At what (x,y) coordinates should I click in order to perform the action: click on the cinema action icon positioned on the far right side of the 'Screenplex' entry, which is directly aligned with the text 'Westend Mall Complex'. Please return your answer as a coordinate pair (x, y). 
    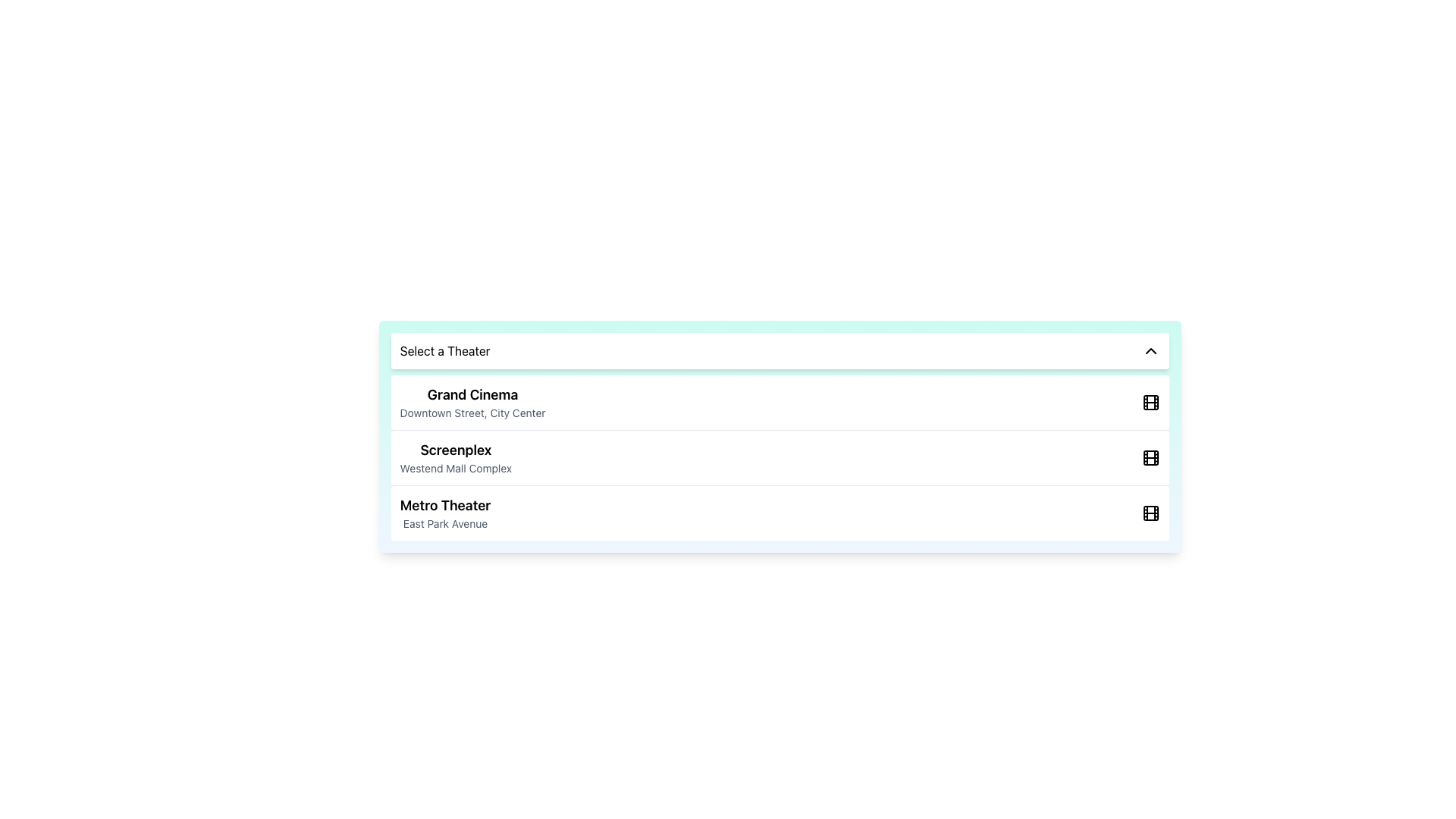
    Looking at the image, I should click on (1151, 457).